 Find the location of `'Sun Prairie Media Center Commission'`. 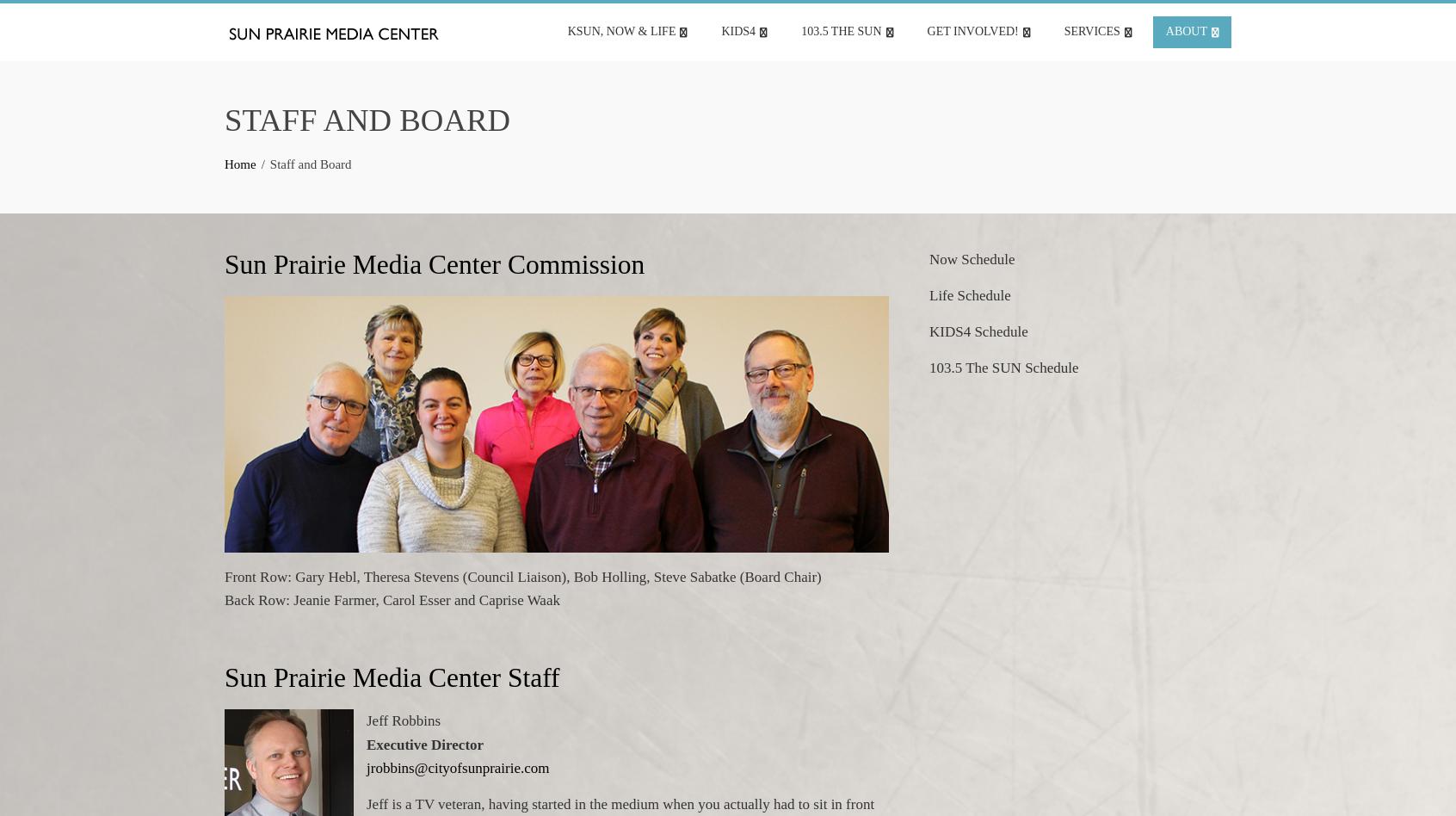

'Sun Prairie Media Center Commission' is located at coordinates (435, 263).